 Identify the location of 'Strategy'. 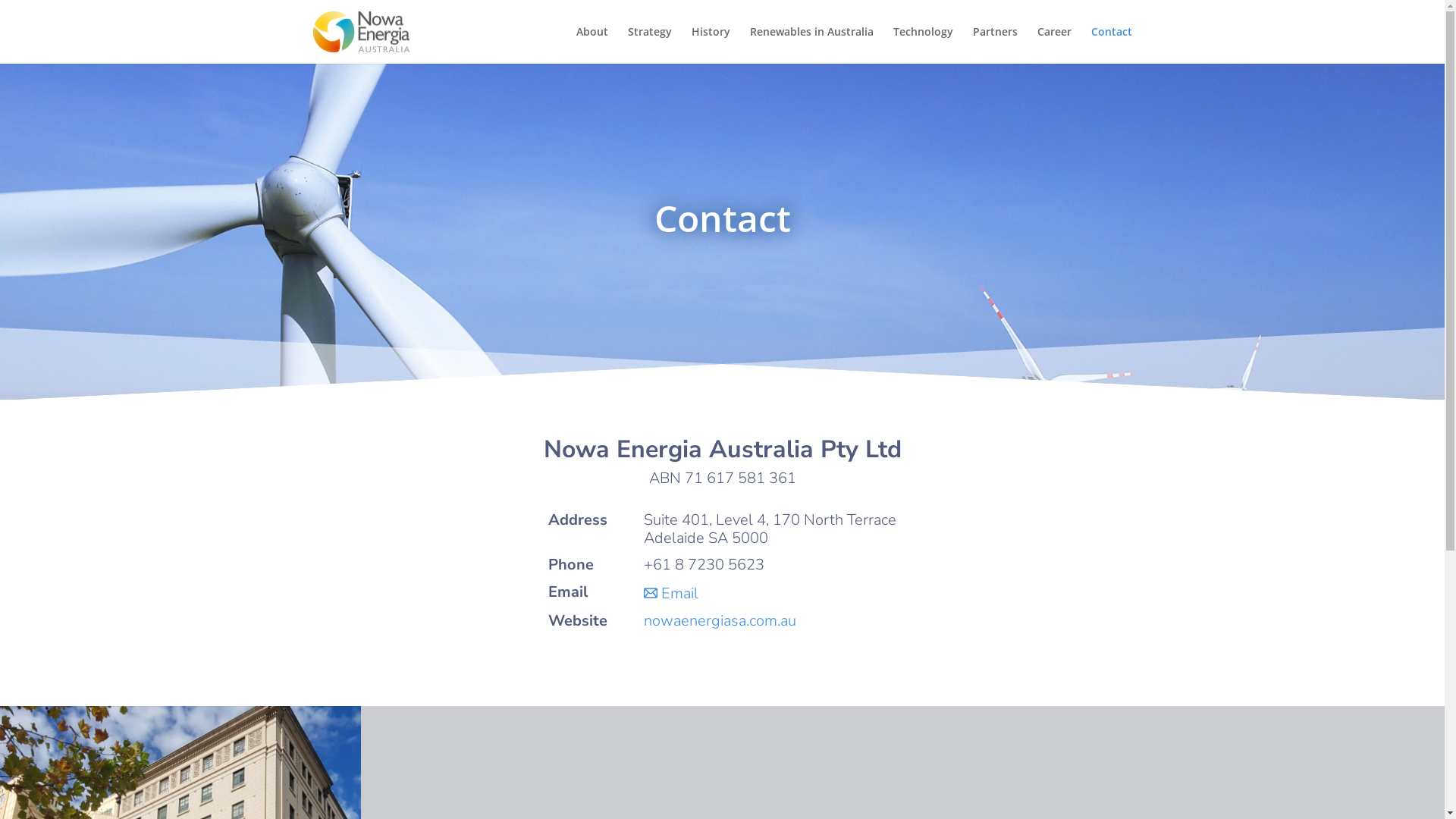
(628, 44).